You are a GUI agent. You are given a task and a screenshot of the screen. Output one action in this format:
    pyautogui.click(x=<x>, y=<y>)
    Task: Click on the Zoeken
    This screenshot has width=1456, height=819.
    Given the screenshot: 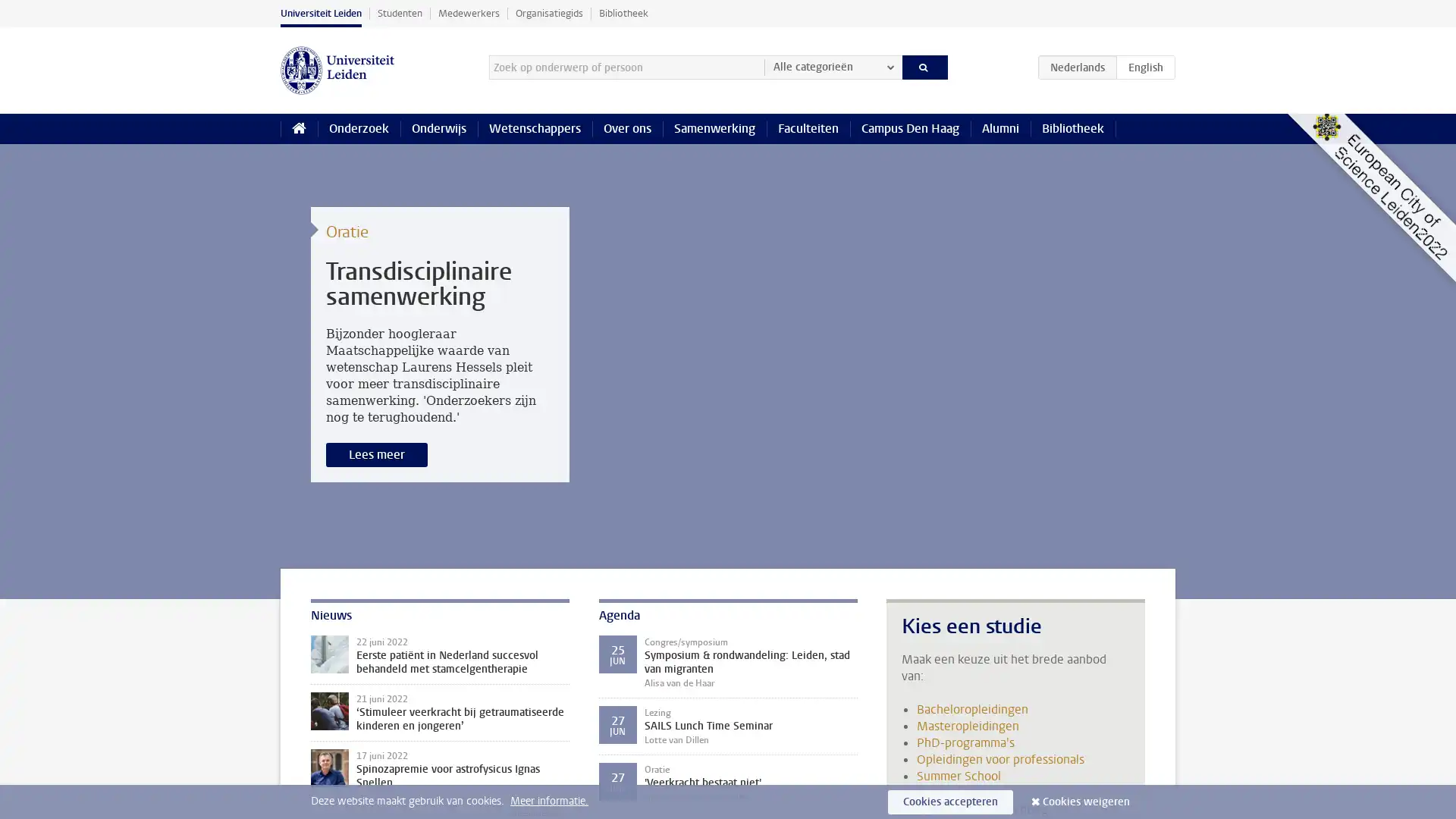 What is the action you would take?
    pyautogui.click(x=924, y=66)
    